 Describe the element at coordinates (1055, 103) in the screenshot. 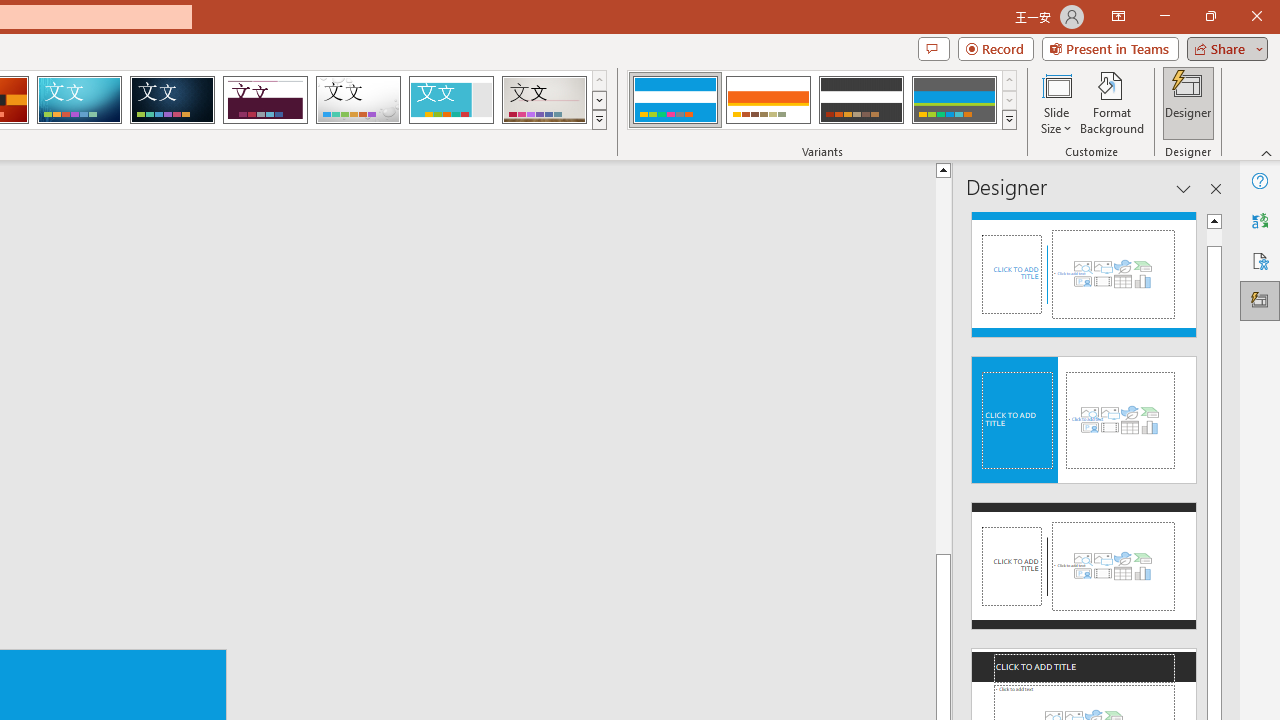

I see `'Slide Size'` at that location.